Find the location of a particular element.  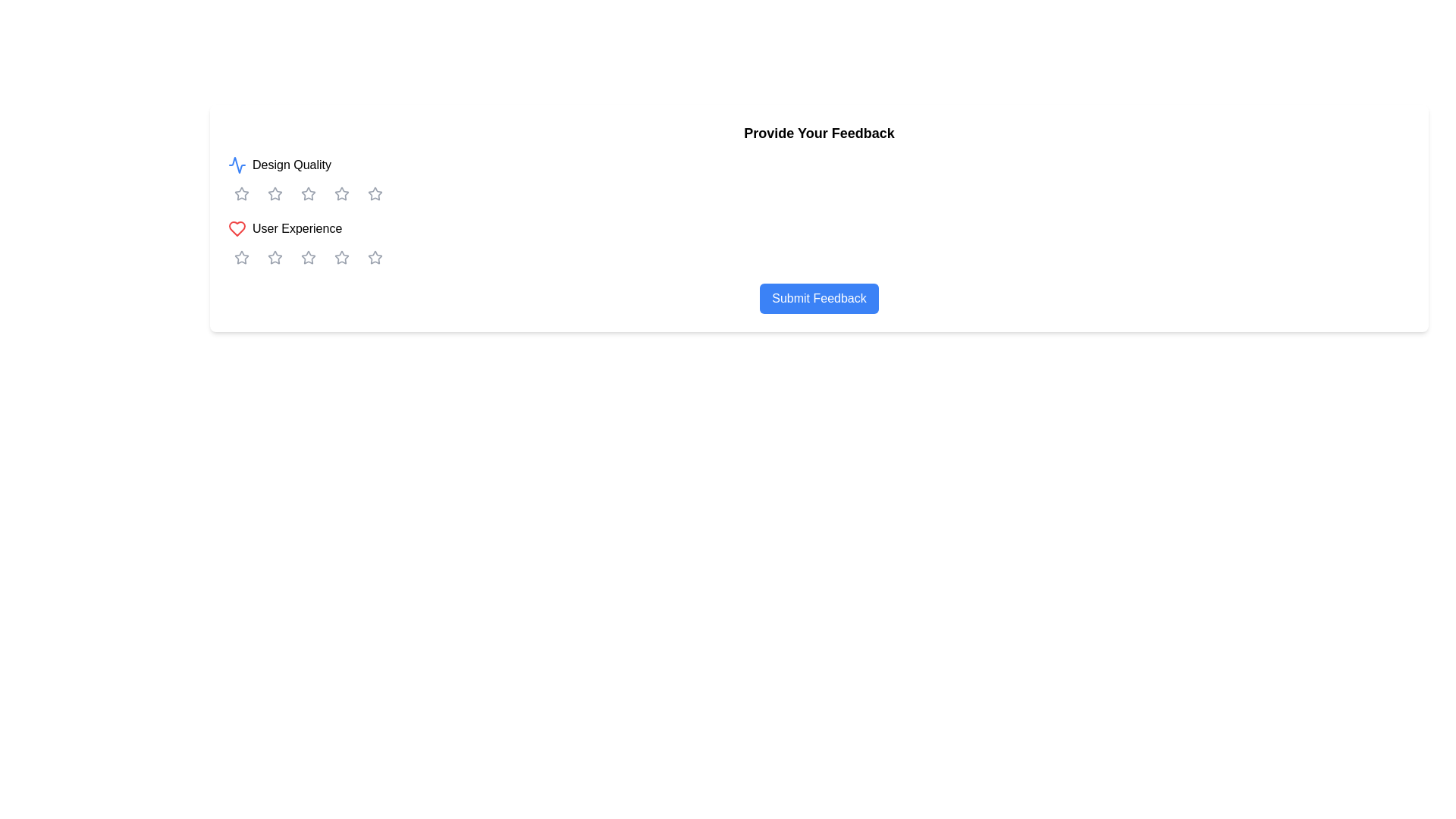

the fourth interactive star icon in the 'Design Quality' rating row is located at coordinates (341, 193).